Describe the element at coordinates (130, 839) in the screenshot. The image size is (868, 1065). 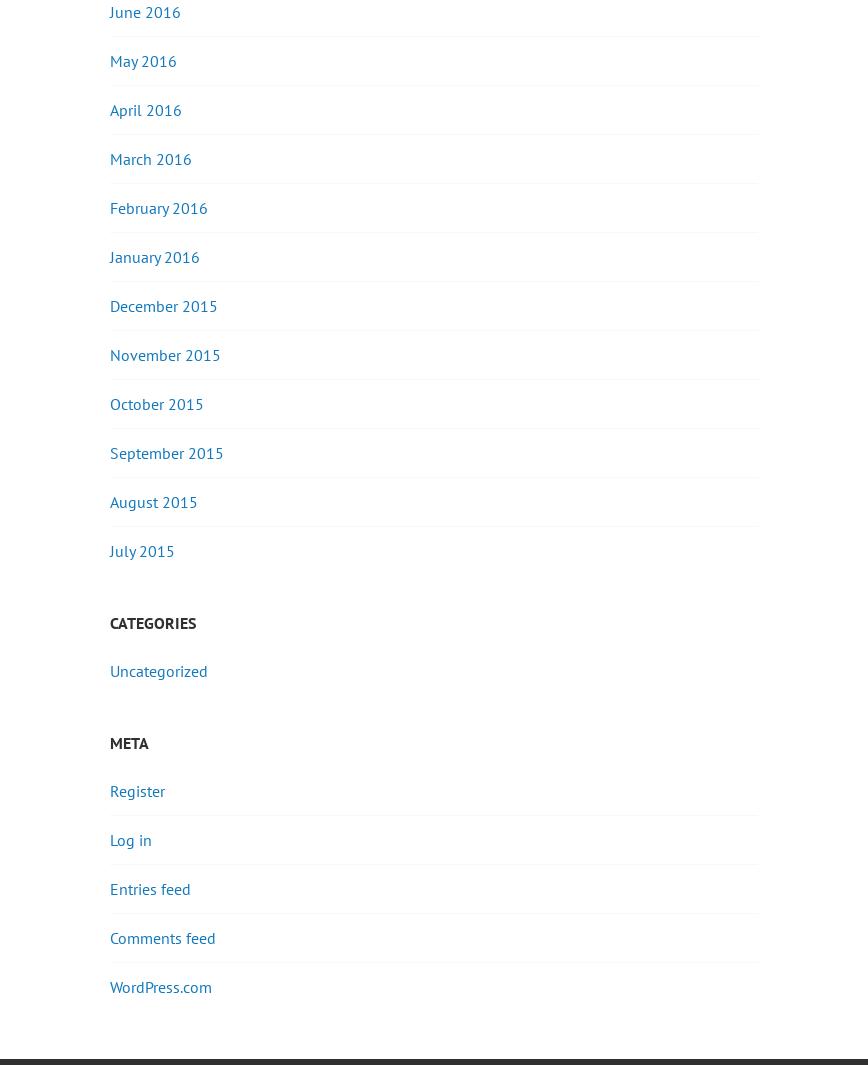
I see `'Log in'` at that location.